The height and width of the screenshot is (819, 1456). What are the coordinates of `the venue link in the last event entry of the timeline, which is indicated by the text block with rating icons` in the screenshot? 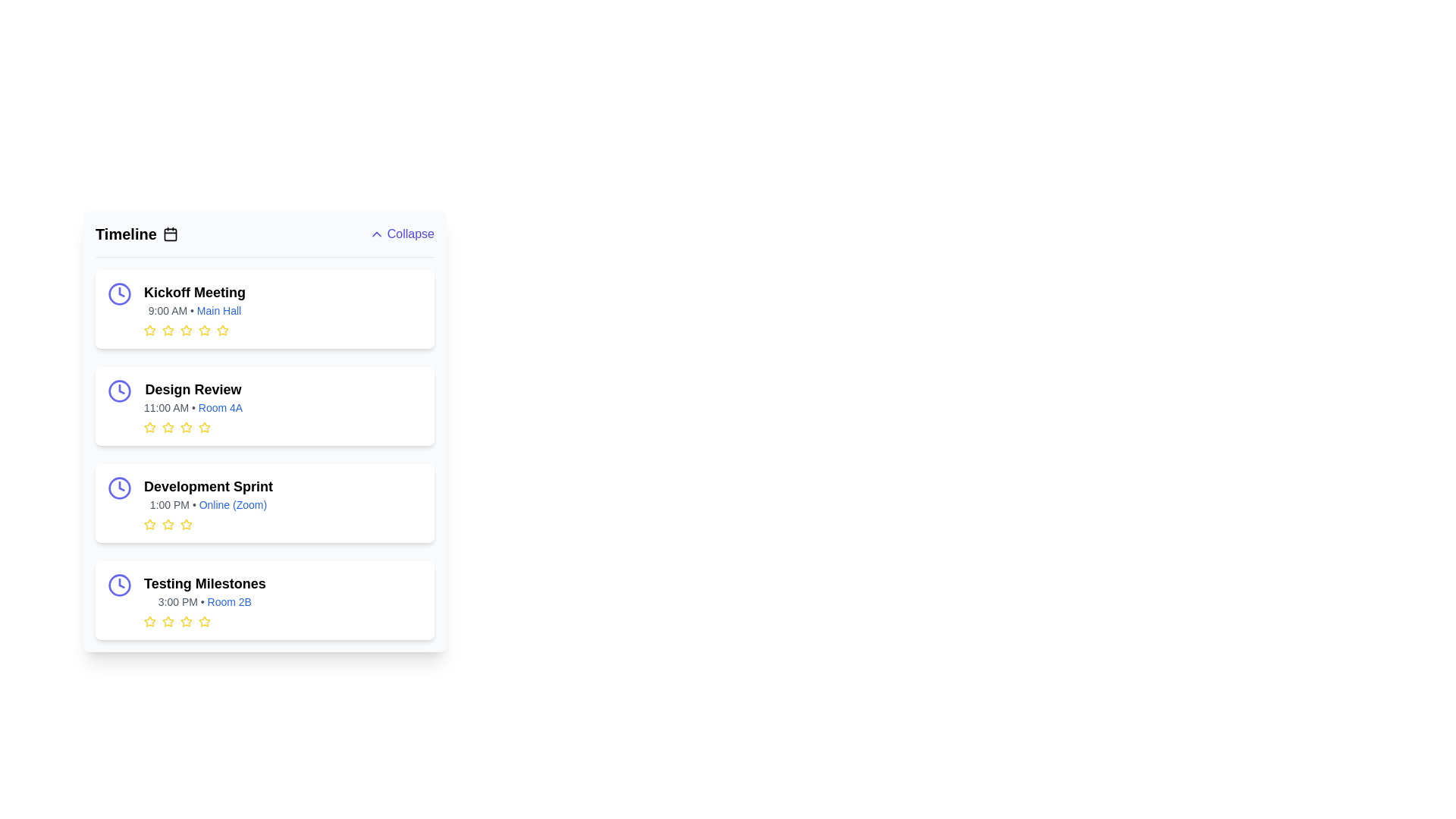 It's located at (204, 599).